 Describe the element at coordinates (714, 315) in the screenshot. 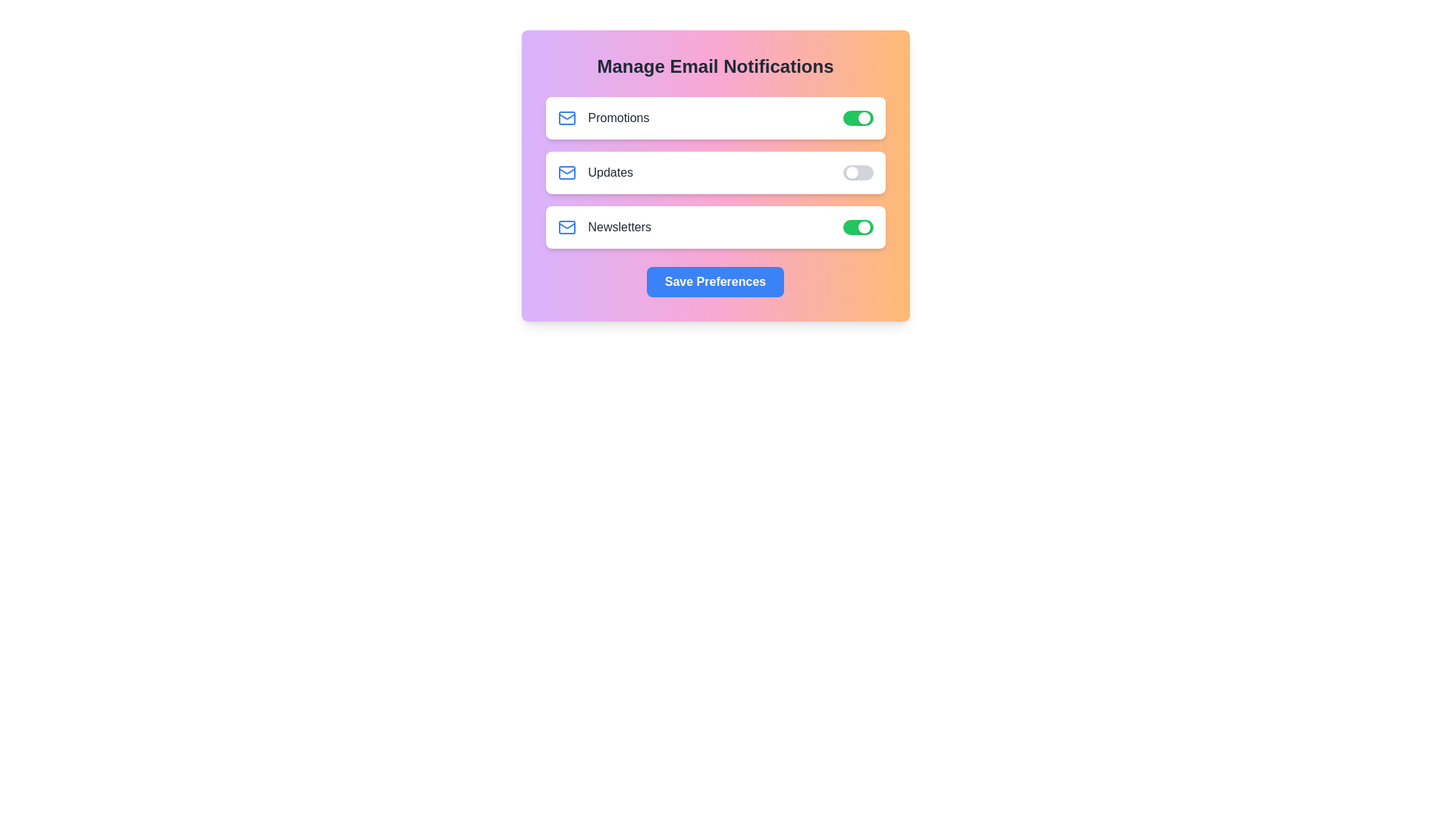

I see `the background area of the component` at that location.